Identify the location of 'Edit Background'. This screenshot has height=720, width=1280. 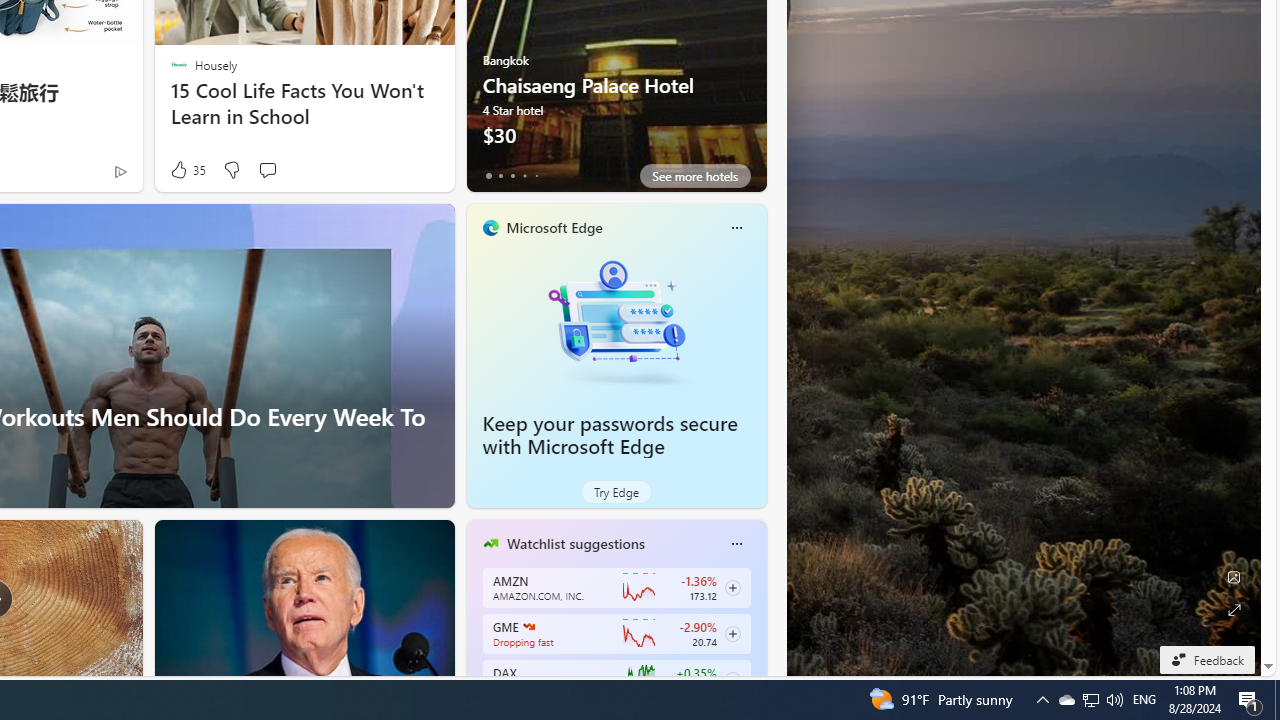
(1232, 577).